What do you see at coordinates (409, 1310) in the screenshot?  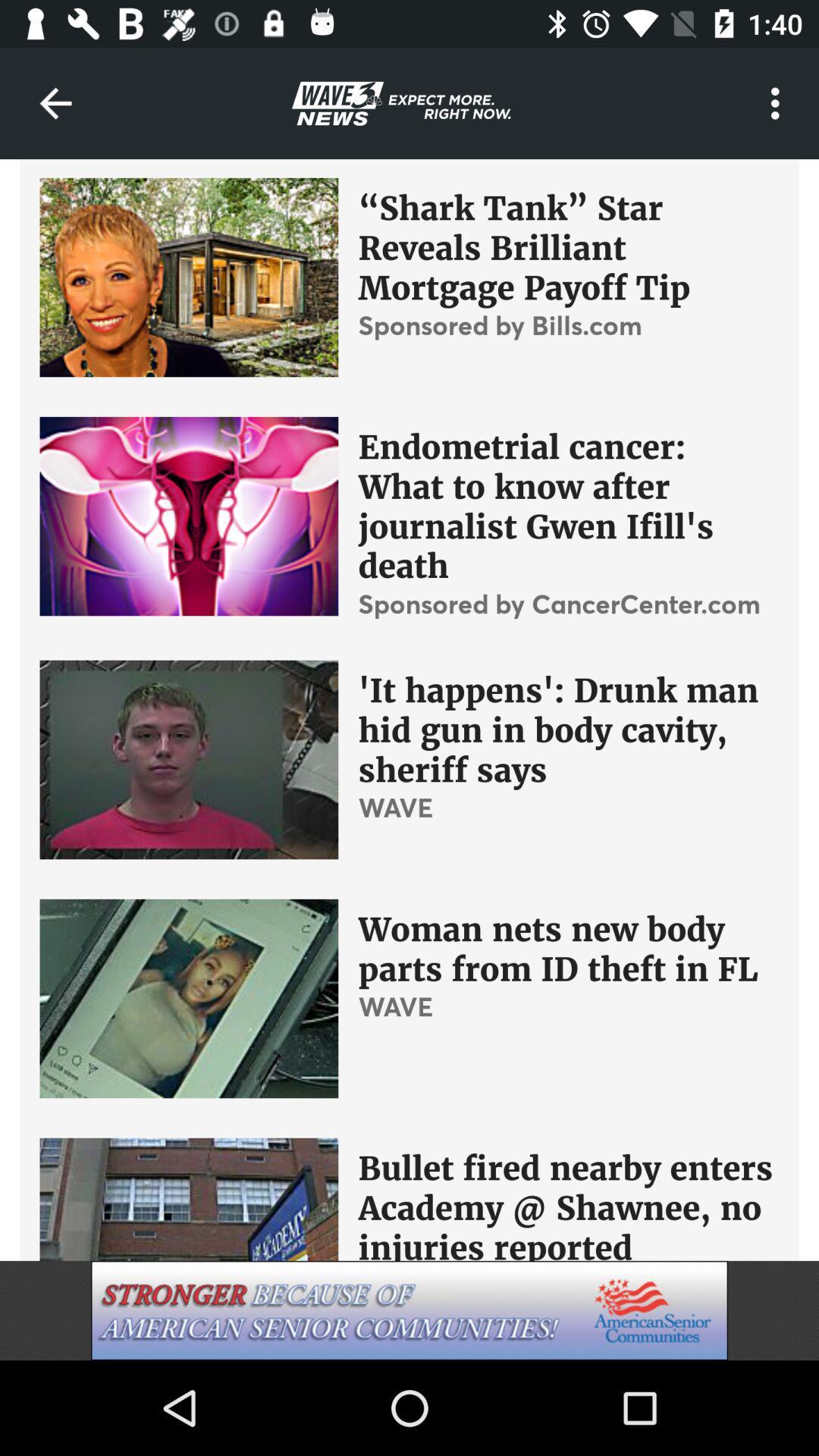 I see `american senior communities advertisement` at bounding box center [409, 1310].